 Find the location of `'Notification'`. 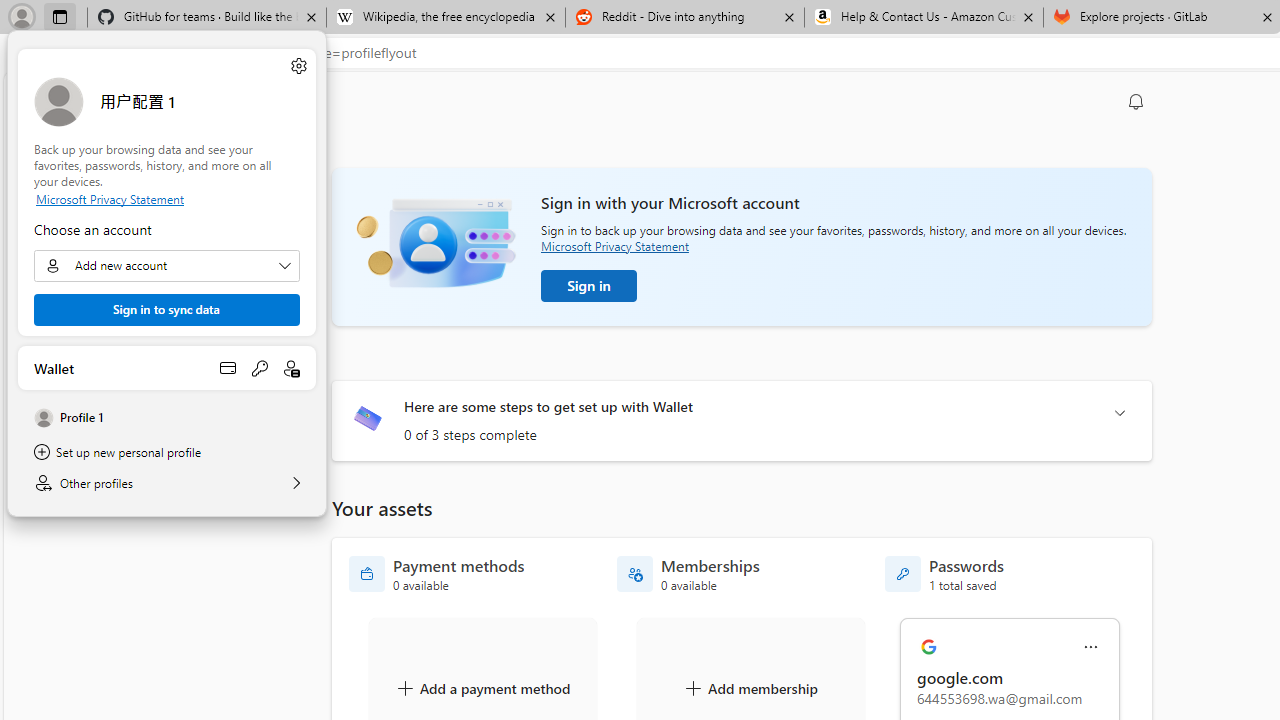

'Notification' is located at coordinates (1136, 101).